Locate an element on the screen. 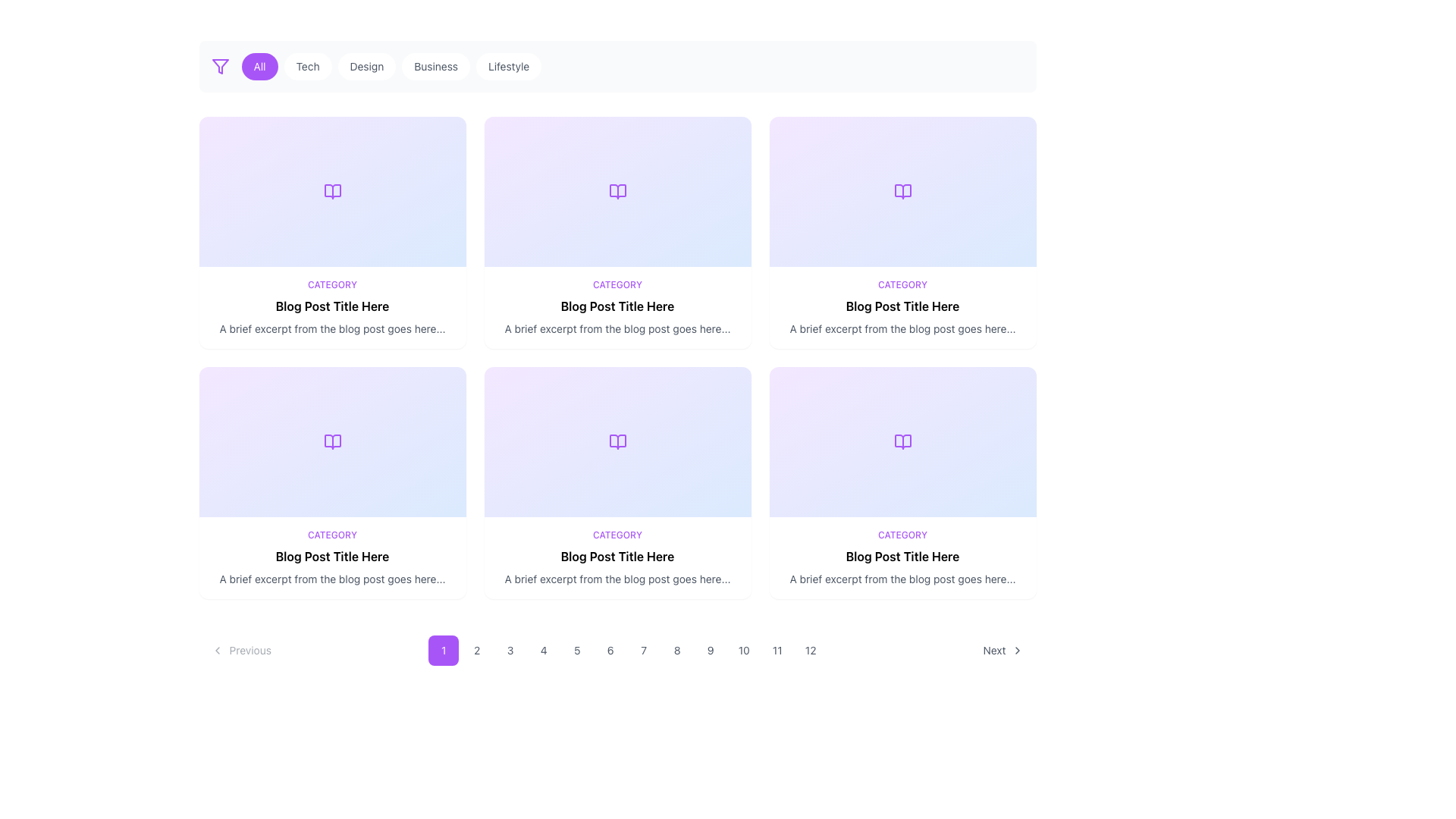 The height and width of the screenshot is (819, 1456). the Content block or preview card located in the second row and third column of the grid layout is located at coordinates (617, 558).